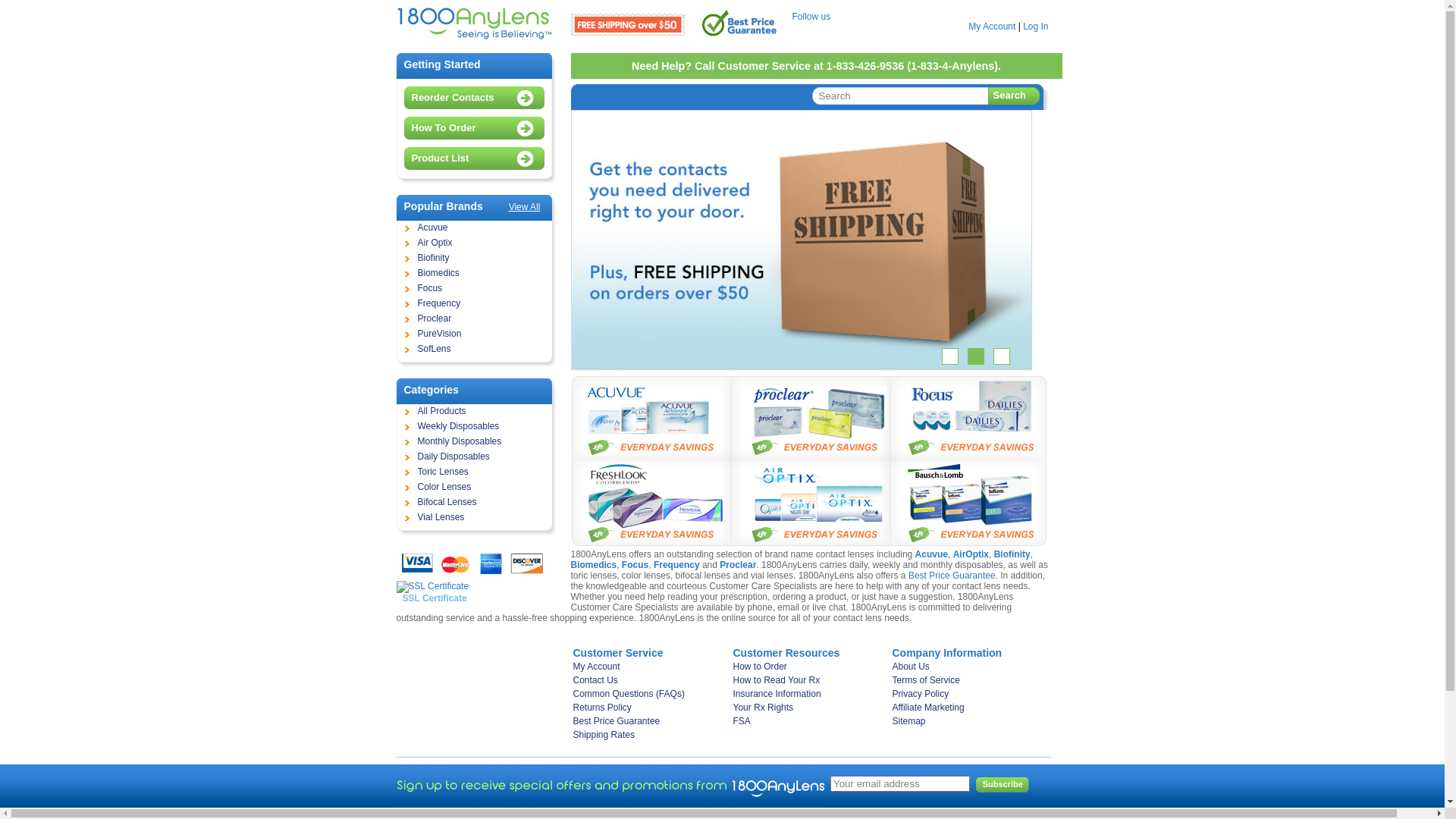 This screenshot has height=819, width=1456. I want to click on 'Biomedics', so click(592, 564).